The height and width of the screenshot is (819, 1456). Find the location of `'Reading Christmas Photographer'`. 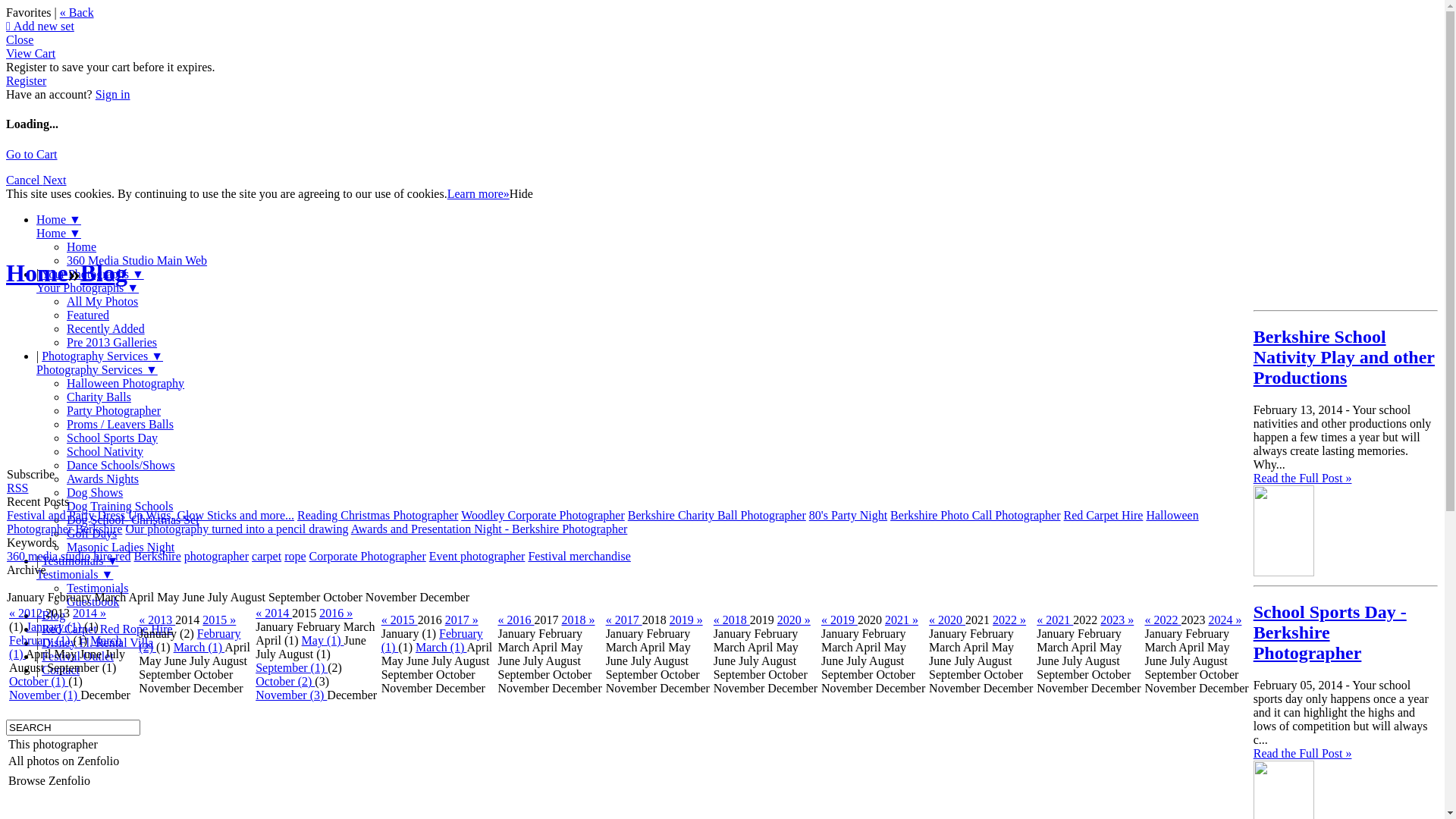

'Reading Christmas Photographer' is located at coordinates (378, 514).